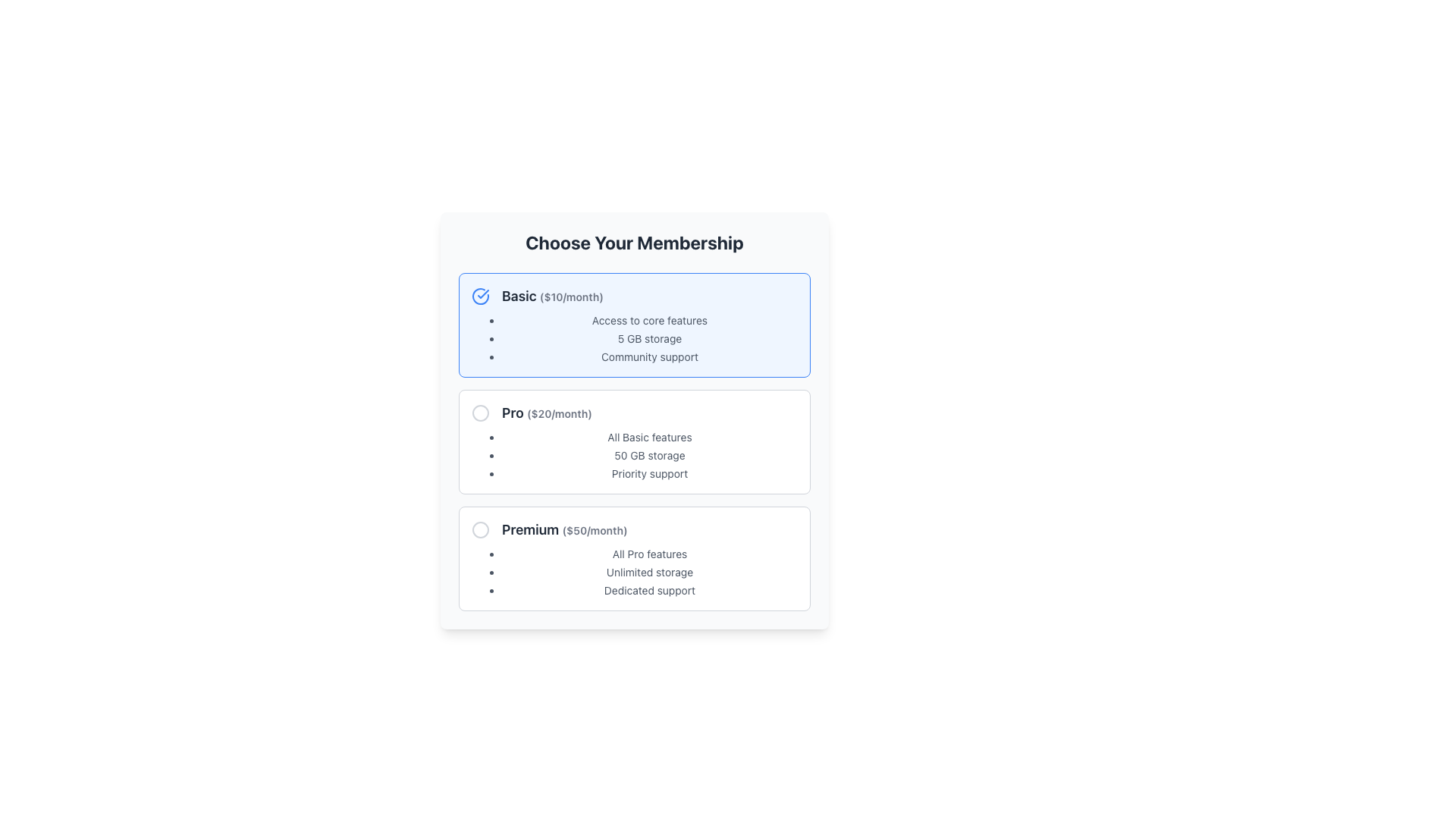  I want to click on the blue checkmark icon within the circular outline that confirms selection in the 'Basic' membership section, so click(482, 294).